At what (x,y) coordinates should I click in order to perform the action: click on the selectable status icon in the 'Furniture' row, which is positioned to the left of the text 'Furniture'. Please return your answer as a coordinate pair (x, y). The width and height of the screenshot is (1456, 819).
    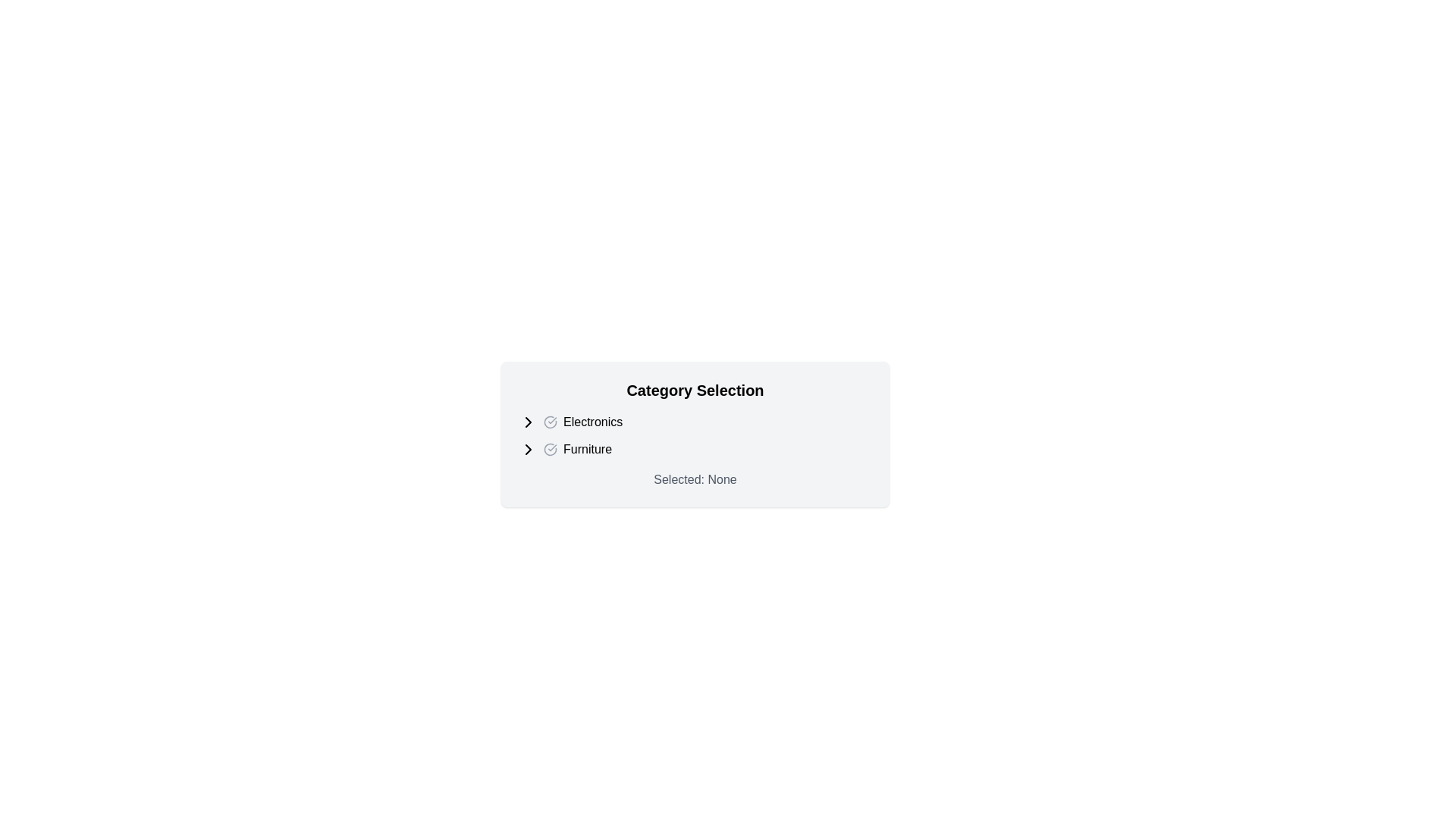
    Looking at the image, I should click on (549, 449).